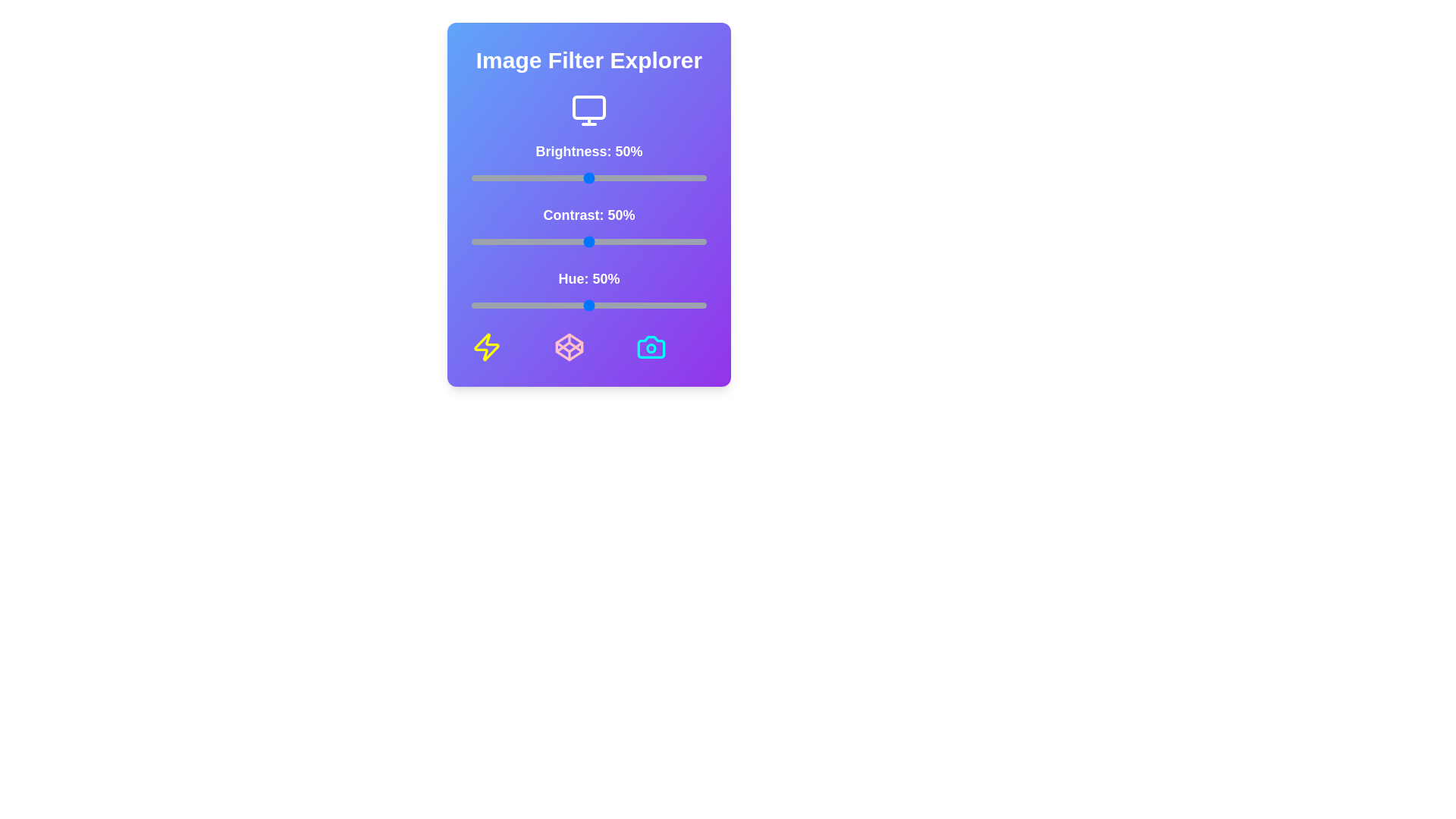  I want to click on the contrast slider to 51%, so click(591, 241).